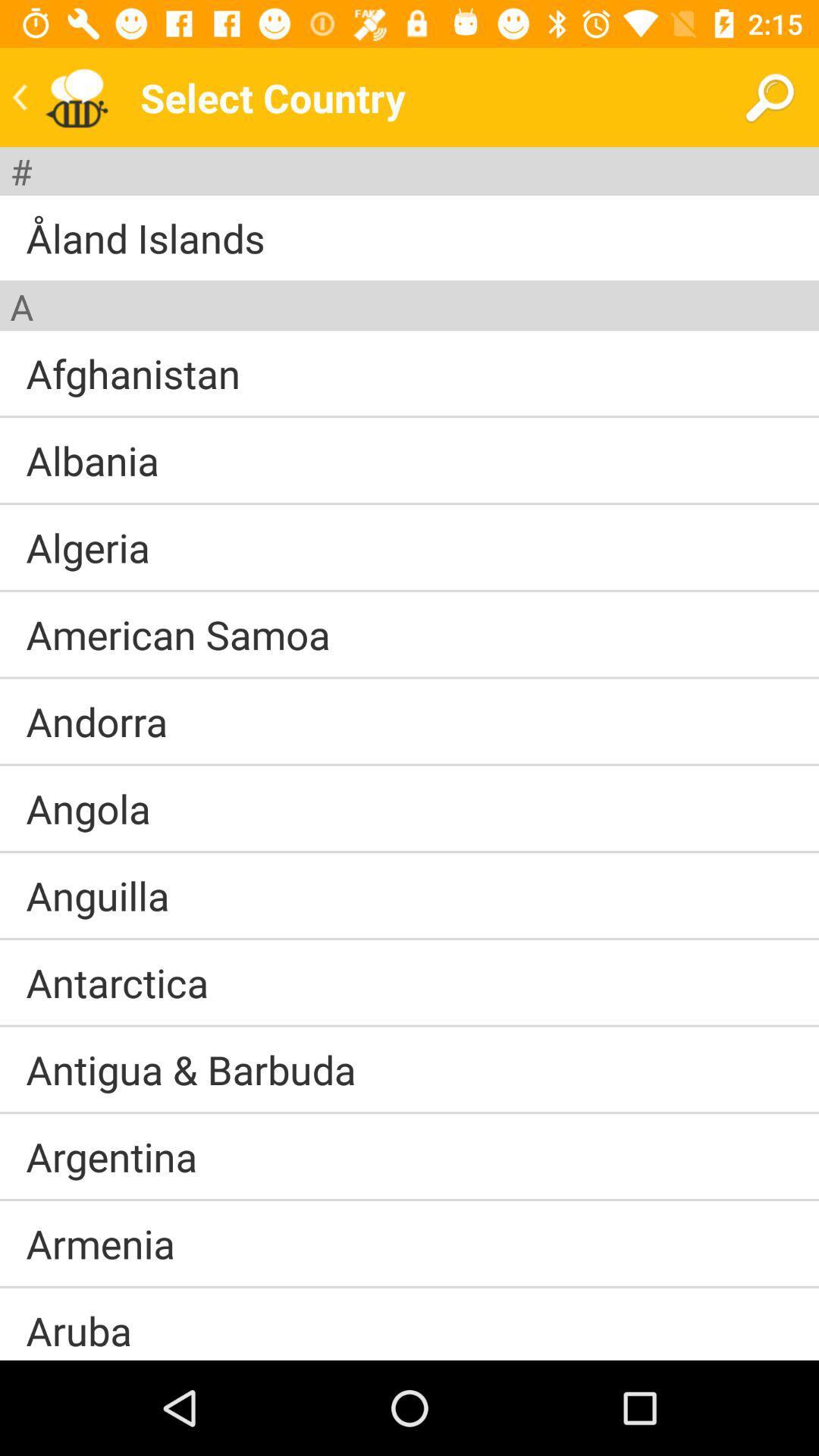 This screenshot has height=1456, width=819. I want to click on afghanistan, so click(132, 373).